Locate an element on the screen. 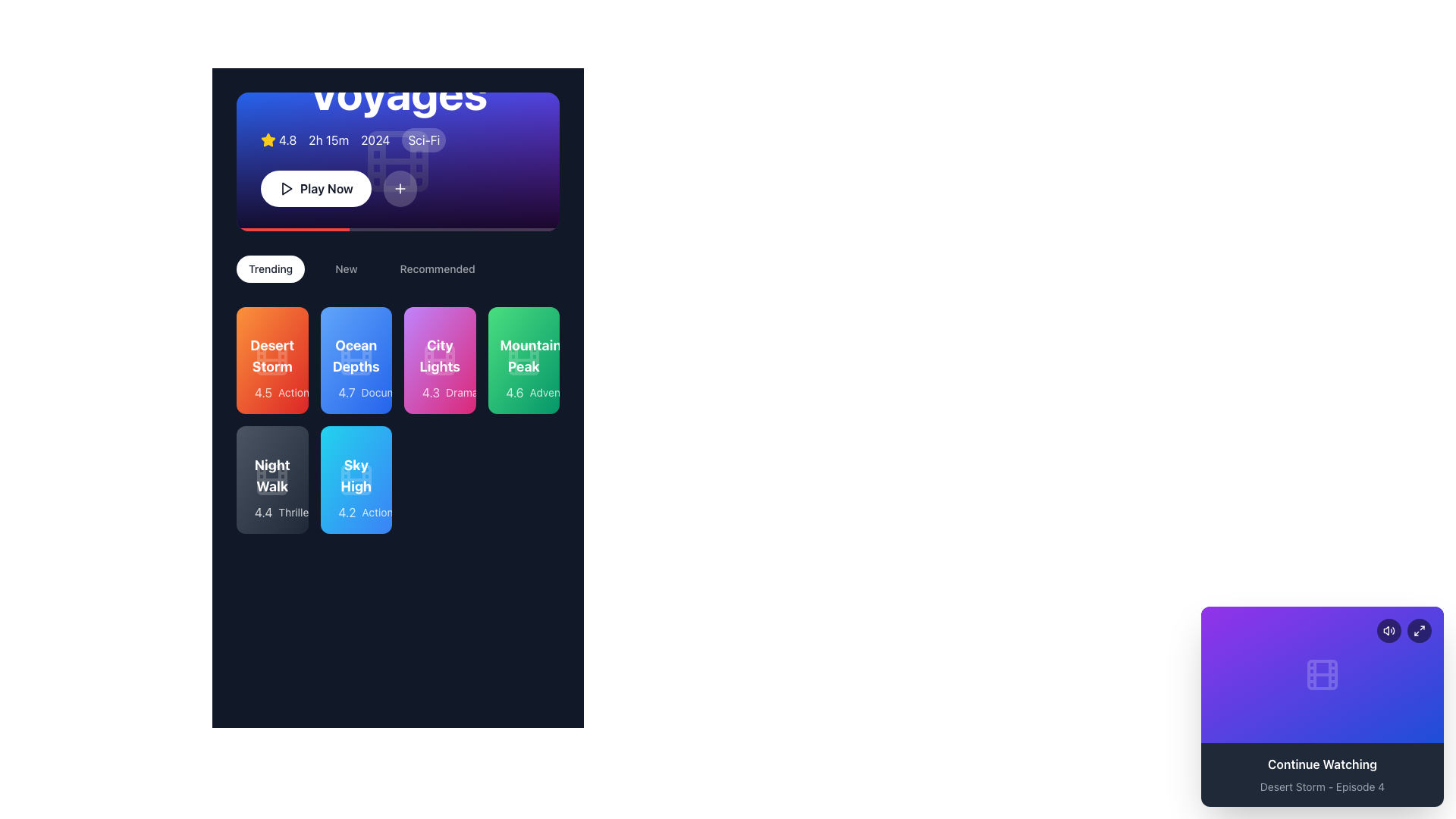 The height and width of the screenshot is (819, 1456). the text label representing a film or media item located at the top section of the first card under the 'Trending' category tab is located at coordinates (272, 356).